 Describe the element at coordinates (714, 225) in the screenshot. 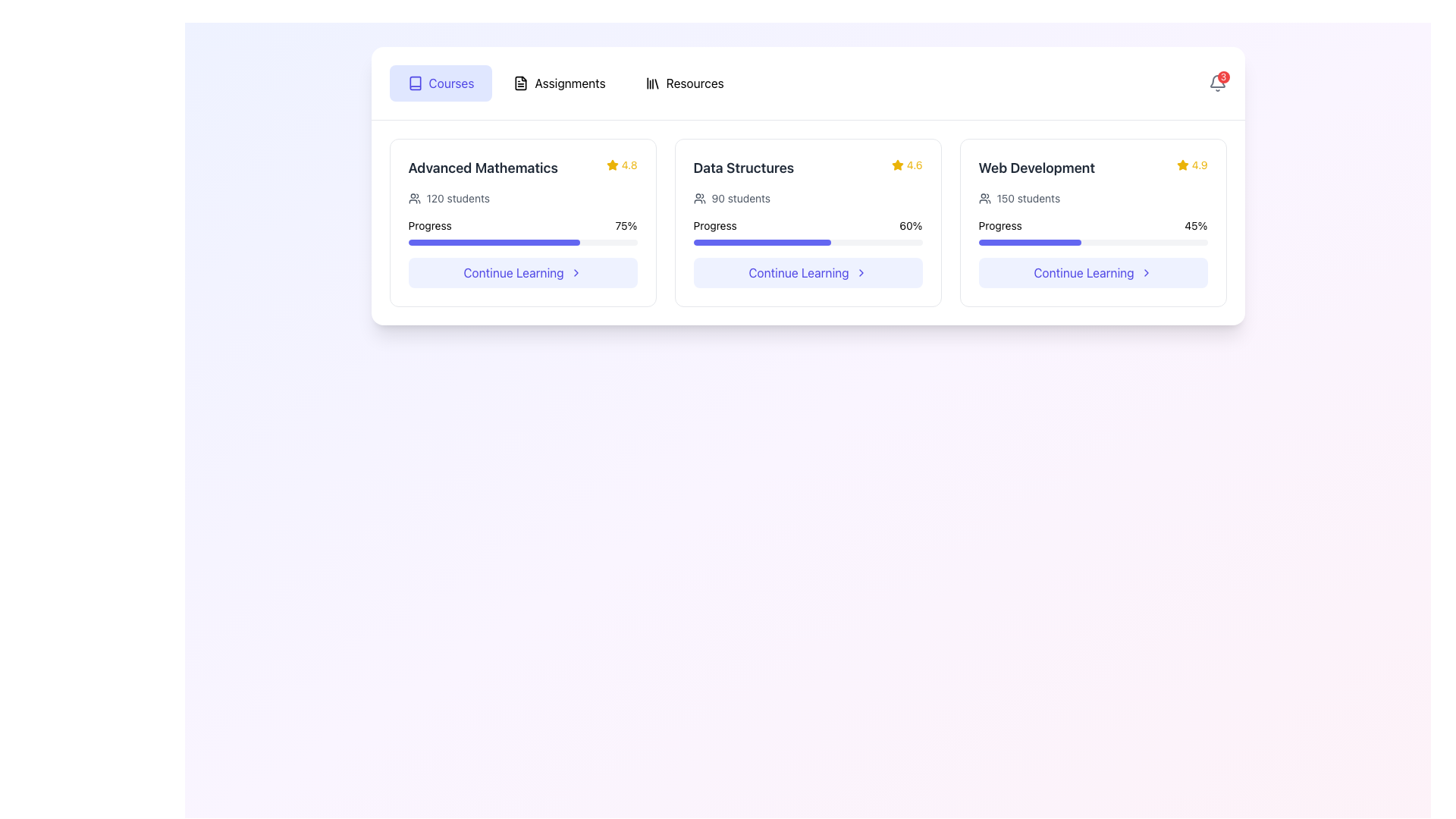

I see `the text label that reads 'Progress' which is located above the progress bar in the 'Data Structures' card` at that location.